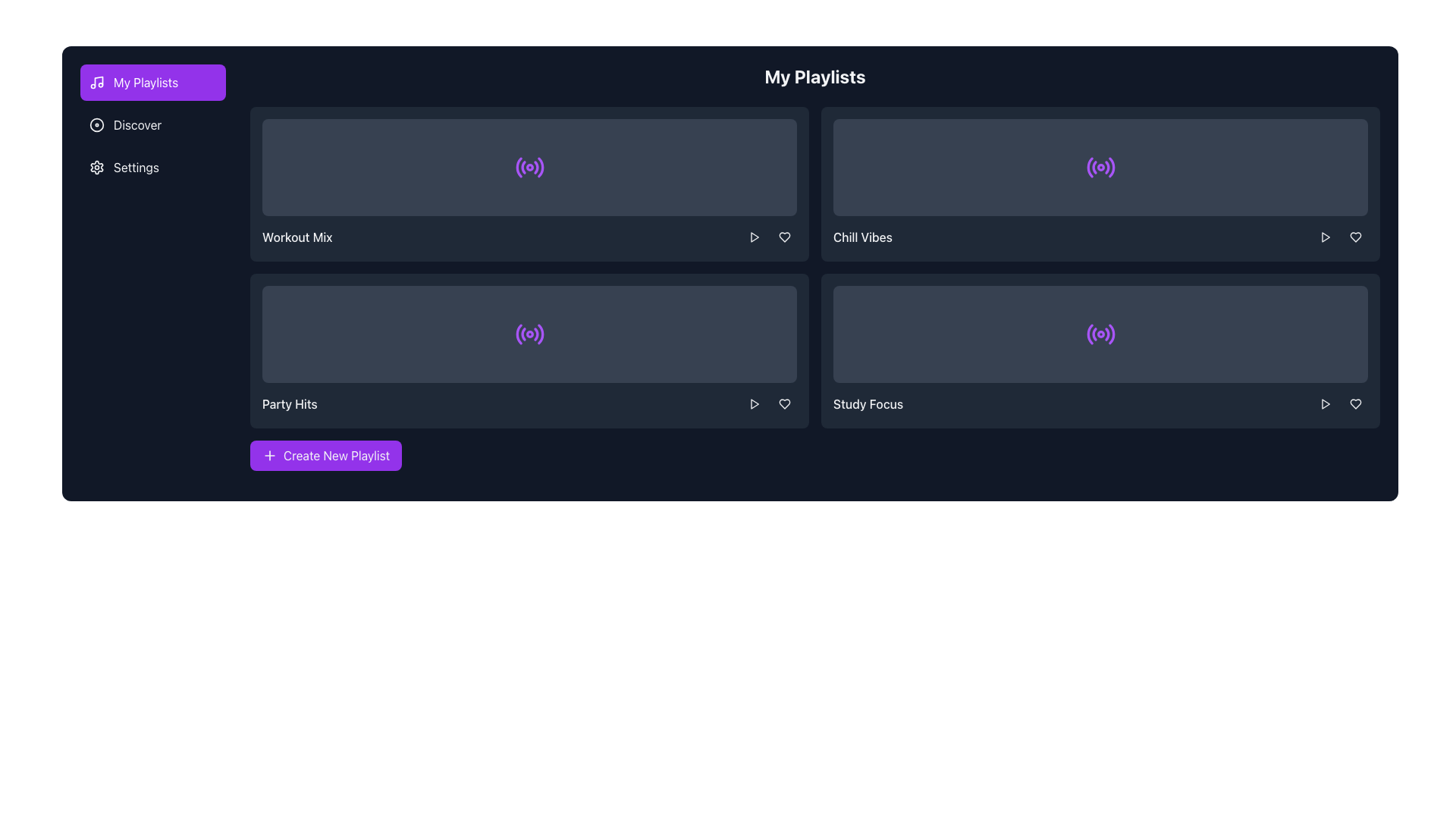  I want to click on the favorite button located in the bottom right corner of the 'Study Focus' playlist card, so click(1356, 403).